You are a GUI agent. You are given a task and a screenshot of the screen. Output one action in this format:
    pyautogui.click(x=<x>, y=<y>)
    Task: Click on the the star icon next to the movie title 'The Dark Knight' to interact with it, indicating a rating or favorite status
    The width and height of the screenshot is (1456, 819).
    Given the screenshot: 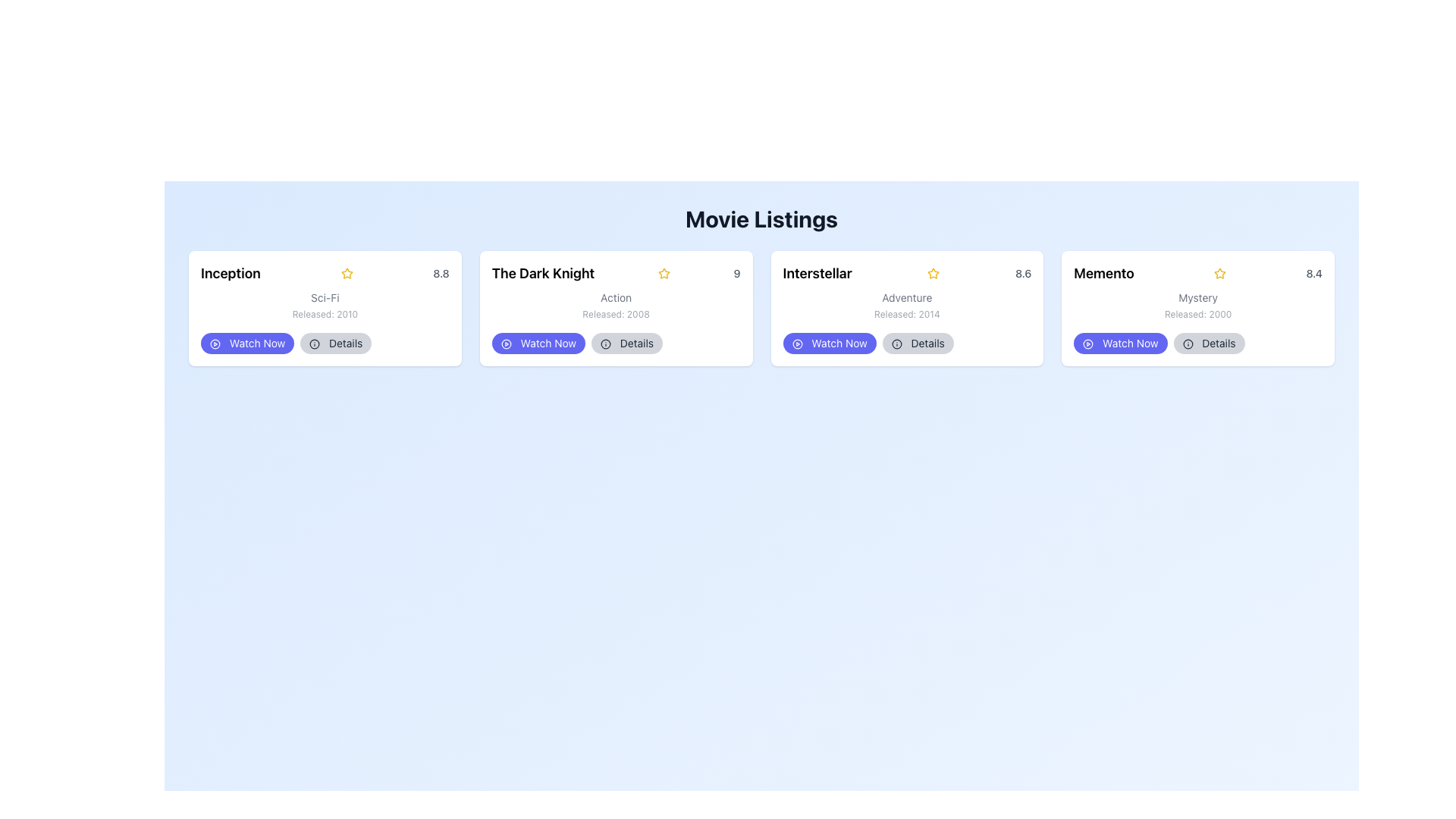 What is the action you would take?
    pyautogui.click(x=664, y=274)
    